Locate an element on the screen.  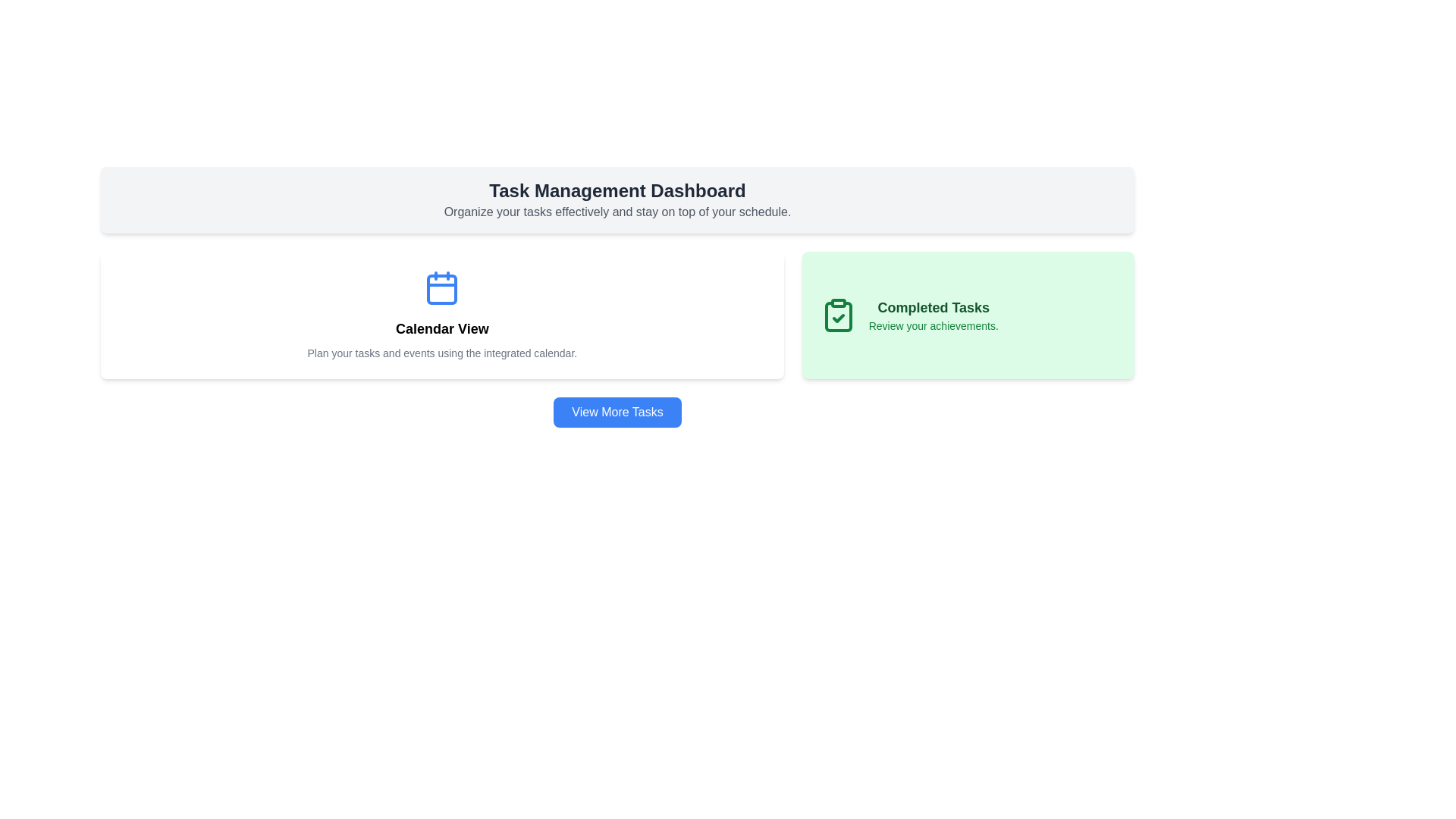
the text label providing additional information for the 'Completed Tasks' section, located beneath the 'Completed Tasks' heading is located at coordinates (933, 325).